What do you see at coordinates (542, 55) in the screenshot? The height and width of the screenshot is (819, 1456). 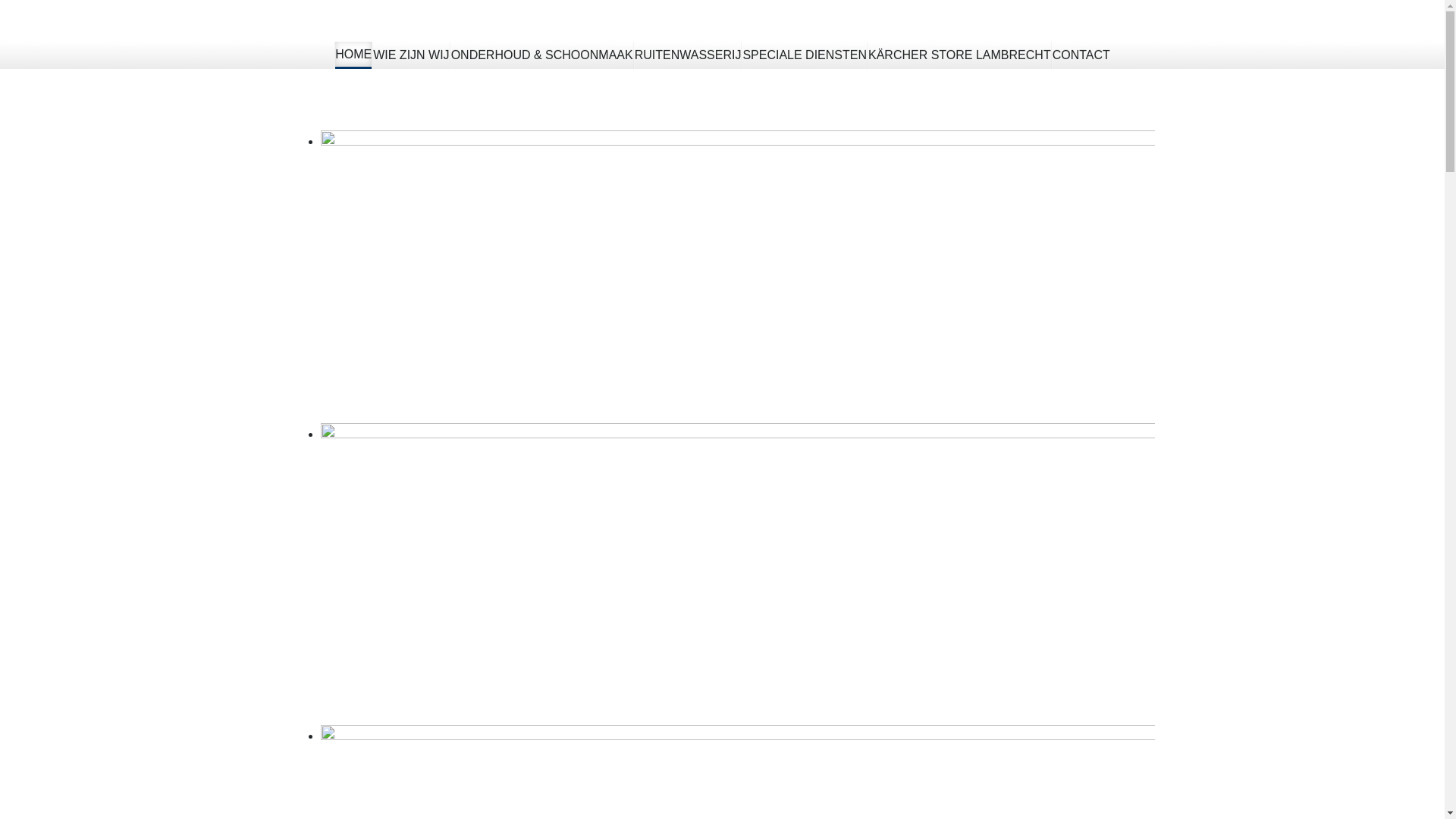 I see `'ONDERHOUD & SCHOONMAAK'` at bounding box center [542, 55].